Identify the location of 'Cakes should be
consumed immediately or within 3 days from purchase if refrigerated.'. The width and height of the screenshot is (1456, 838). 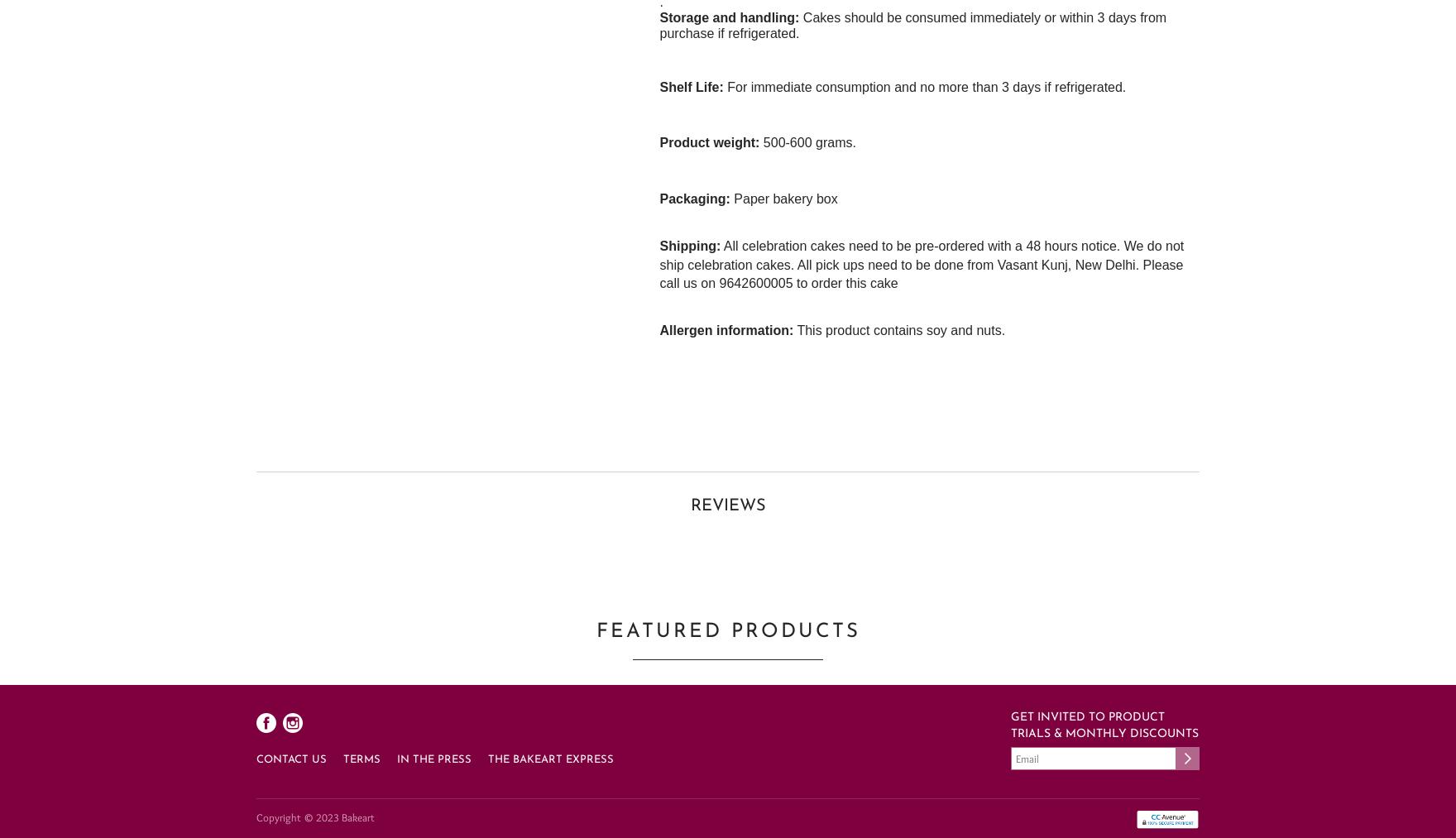
(912, 23).